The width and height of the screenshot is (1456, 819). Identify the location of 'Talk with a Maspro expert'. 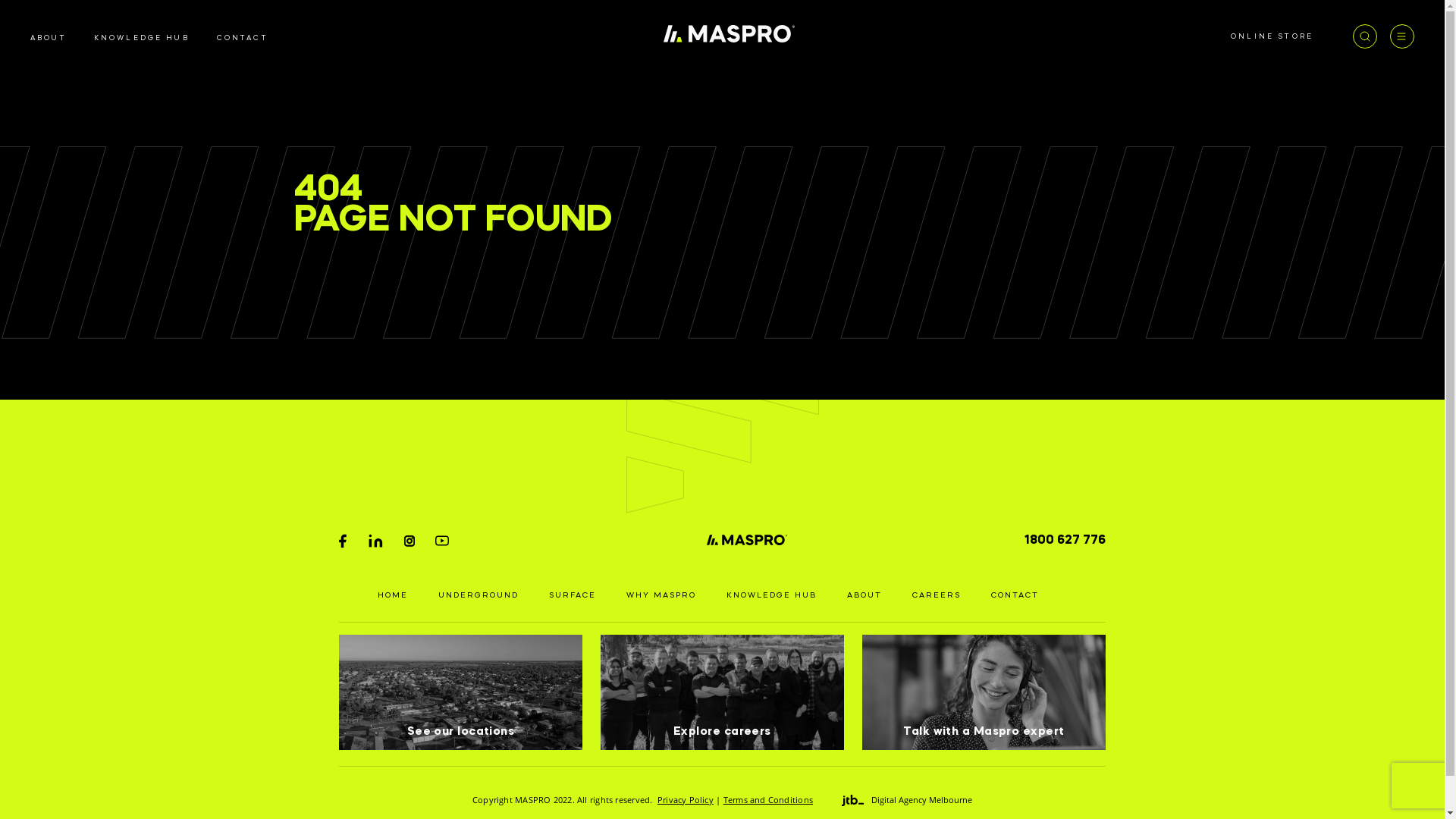
(984, 692).